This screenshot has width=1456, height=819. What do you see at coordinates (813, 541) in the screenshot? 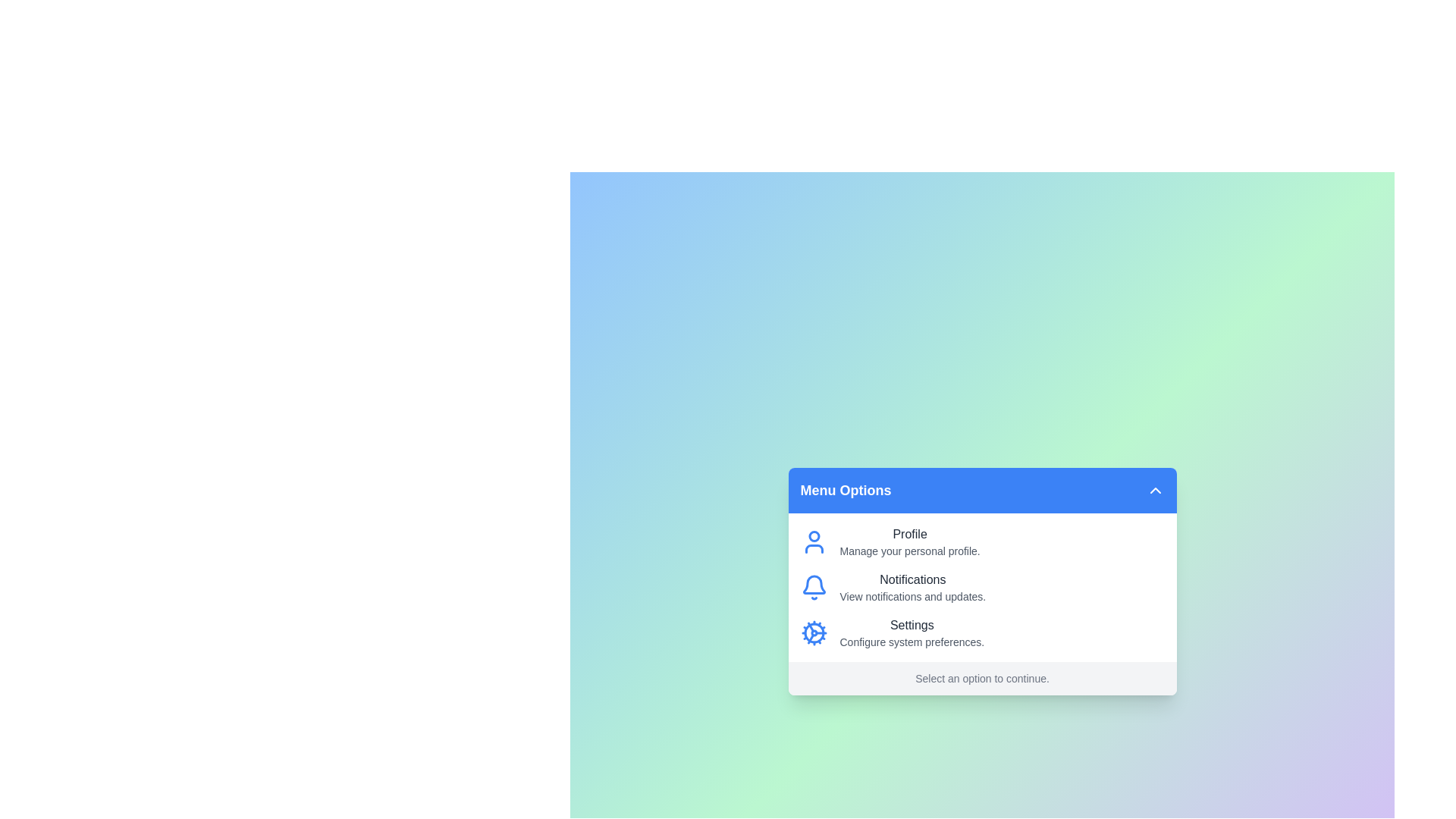
I see `the icon for Profile to select the corresponding menu option` at bounding box center [813, 541].